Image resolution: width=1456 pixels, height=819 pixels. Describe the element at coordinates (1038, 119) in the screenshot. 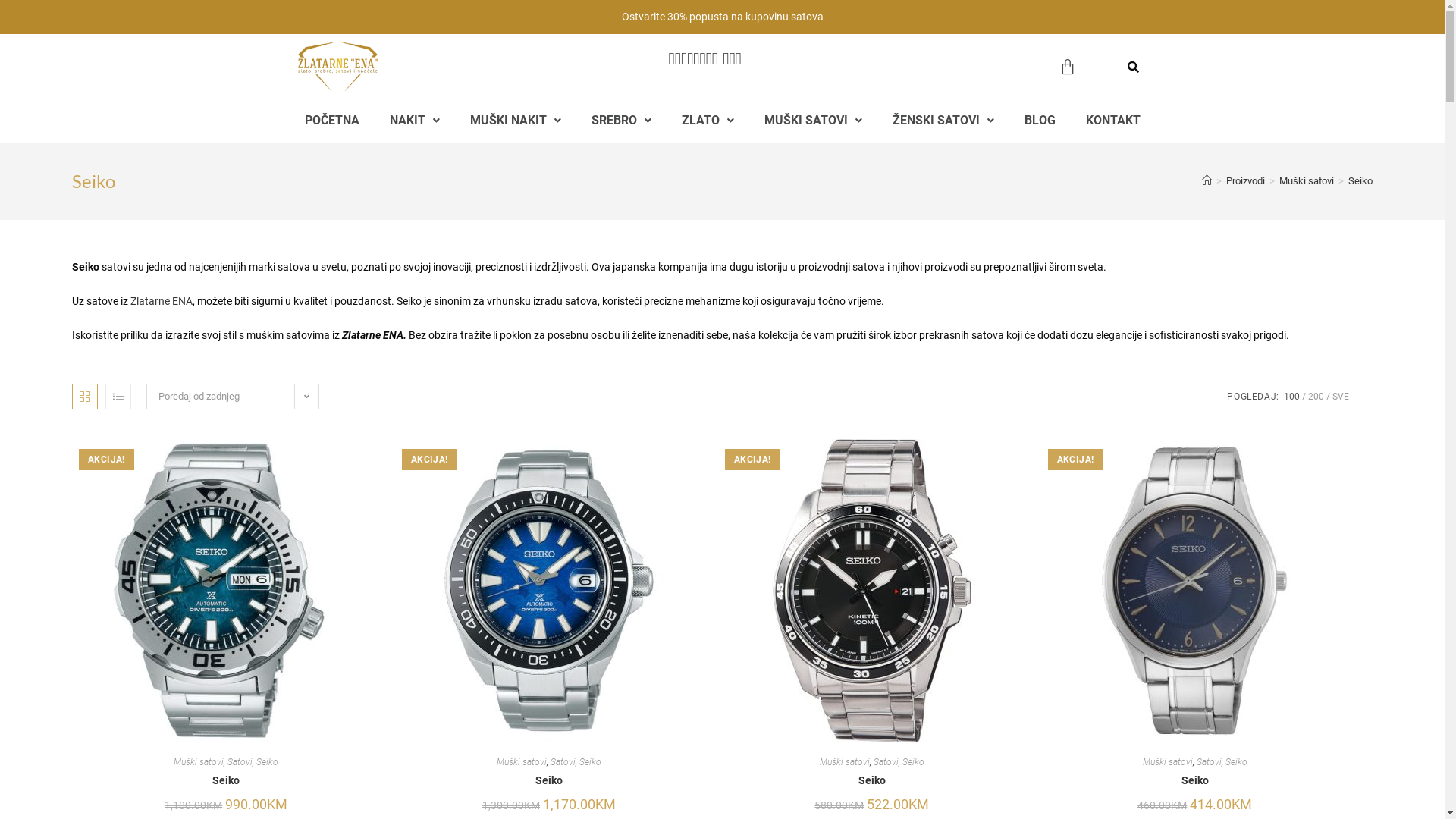

I see `'BLOG'` at that location.